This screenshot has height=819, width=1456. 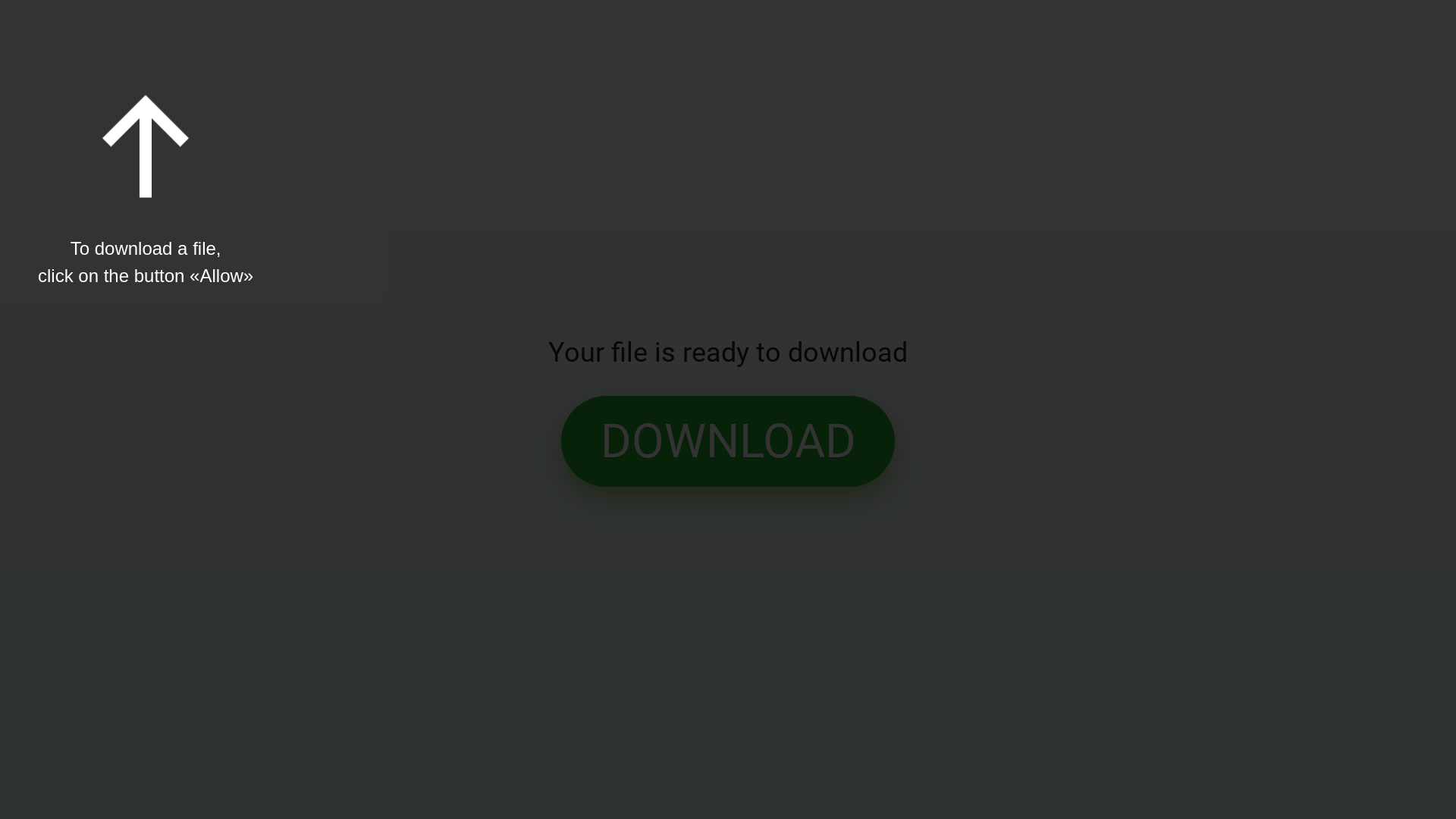 I want to click on 'DOWNLOAD', so click(x=728, y=441).